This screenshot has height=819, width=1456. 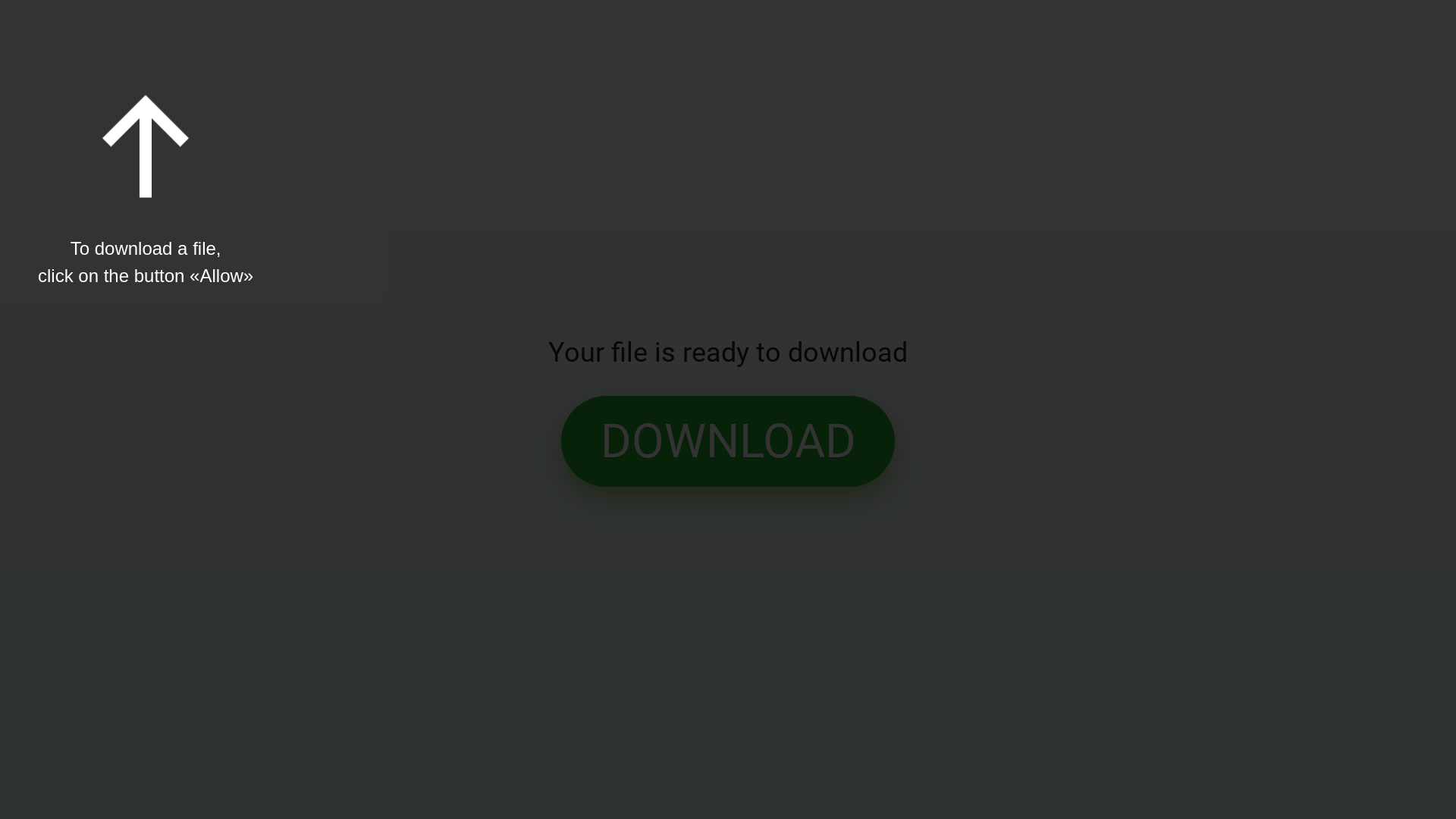 I want to click on 'DOWNLOAD', so click(x=728, y=441).